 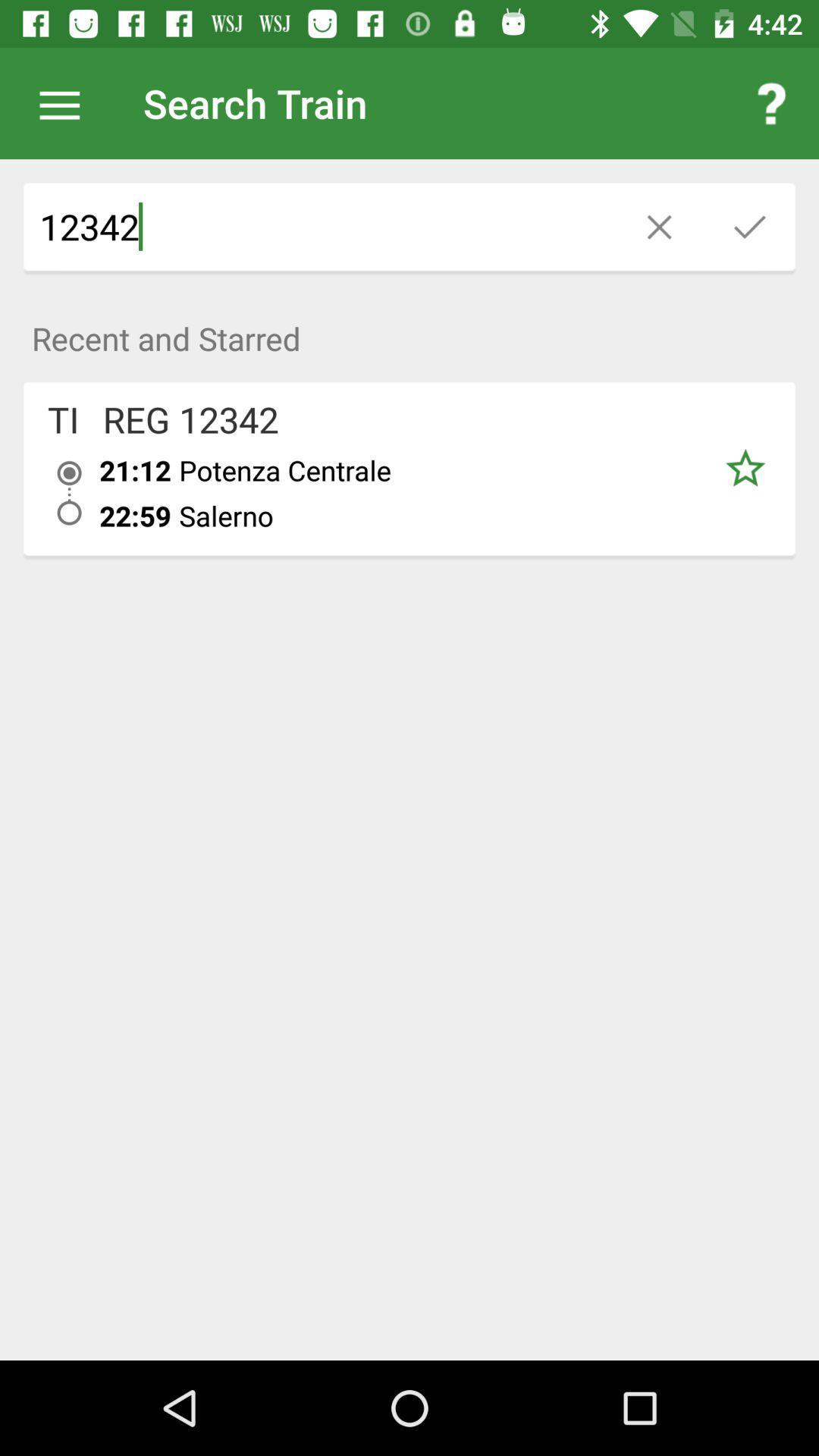 I want to click on the salerno icon, so click(x=437, y=516).